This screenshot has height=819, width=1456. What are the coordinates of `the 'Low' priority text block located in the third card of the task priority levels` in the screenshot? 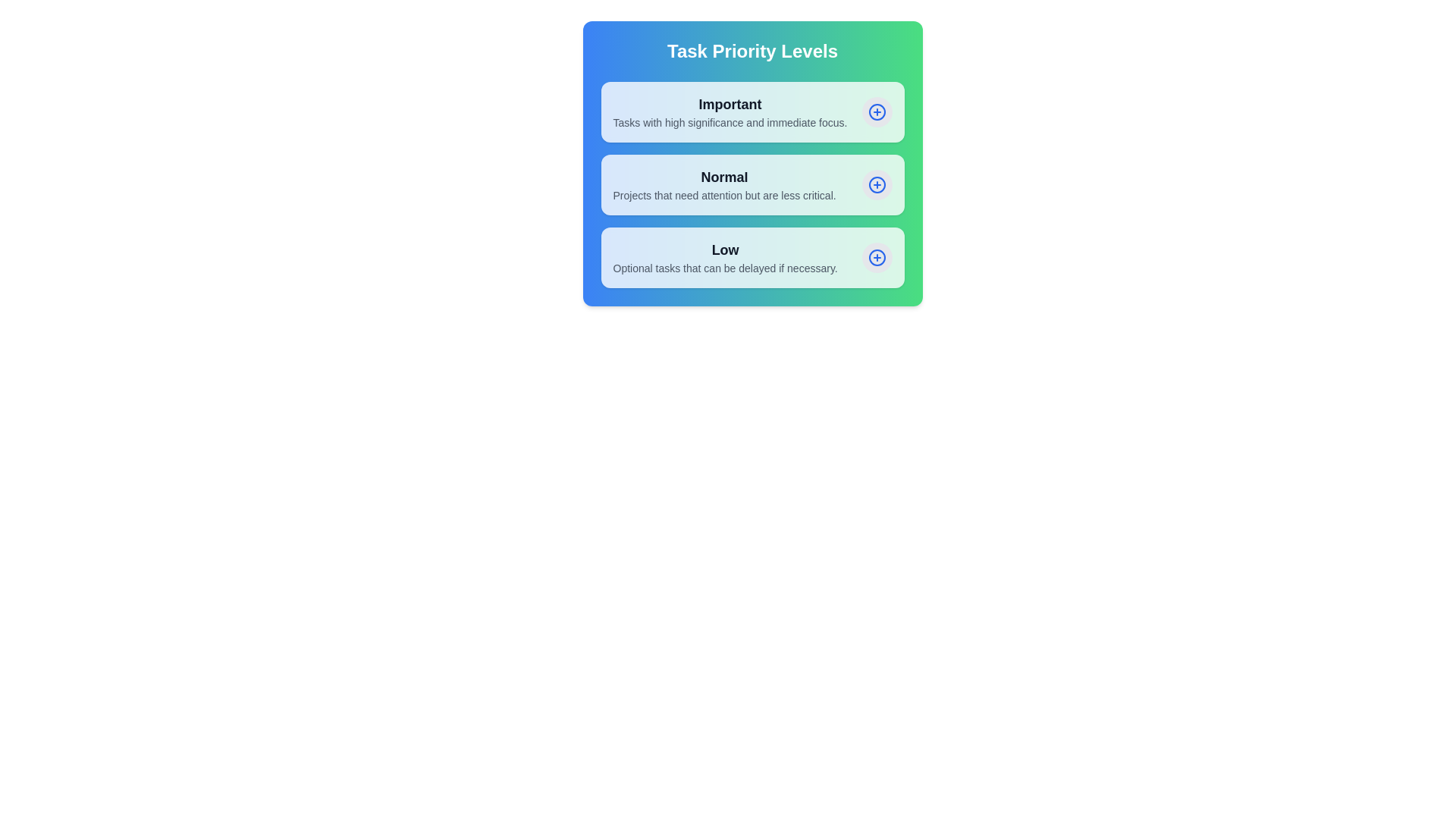 It's located at (724, 256).